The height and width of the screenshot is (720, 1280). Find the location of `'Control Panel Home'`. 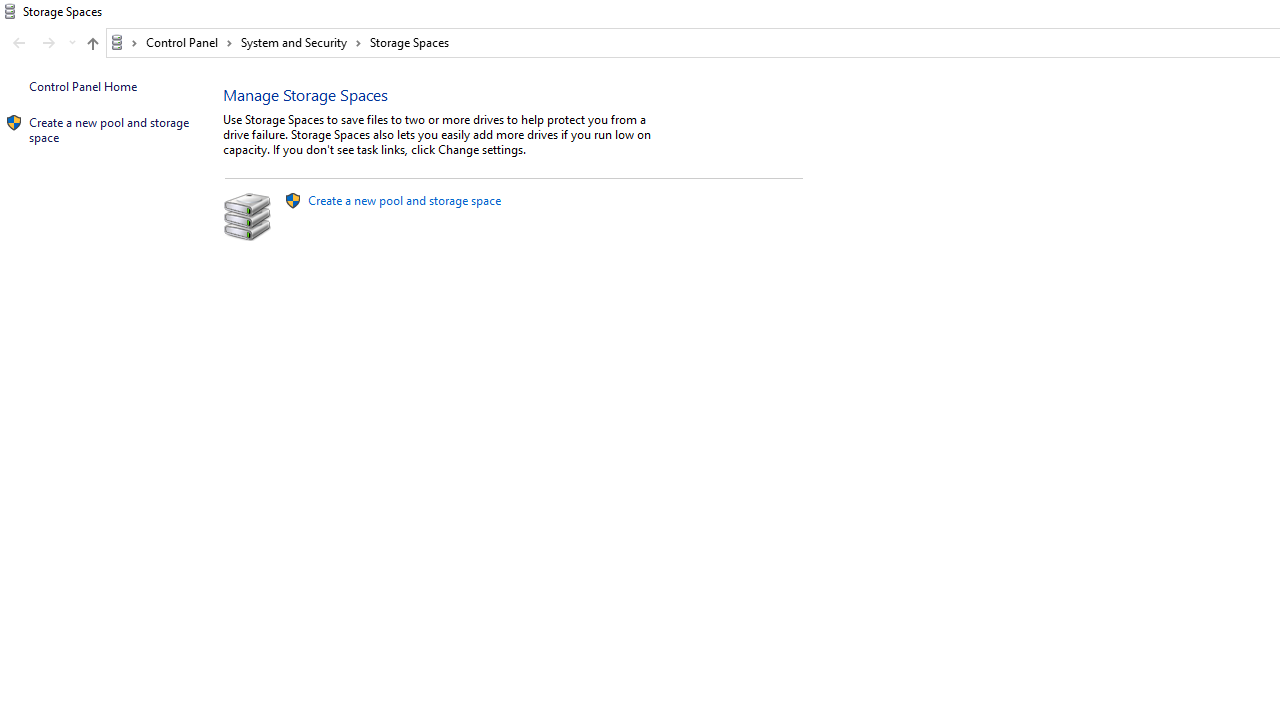

'Control Panel Home' is located at coordinates (82, 85).